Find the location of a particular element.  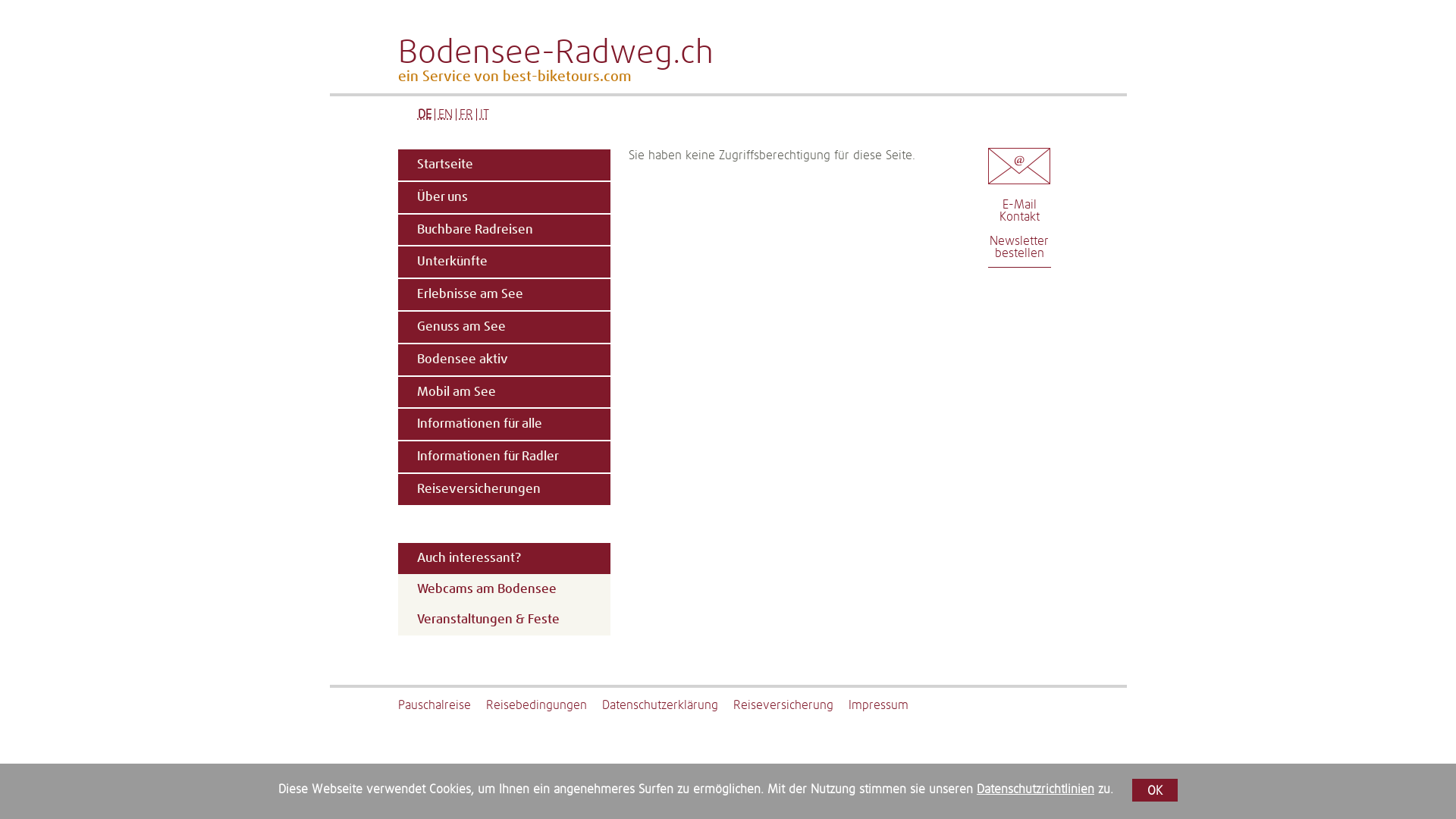

'Startseite' is located at coordinates (502, 165).